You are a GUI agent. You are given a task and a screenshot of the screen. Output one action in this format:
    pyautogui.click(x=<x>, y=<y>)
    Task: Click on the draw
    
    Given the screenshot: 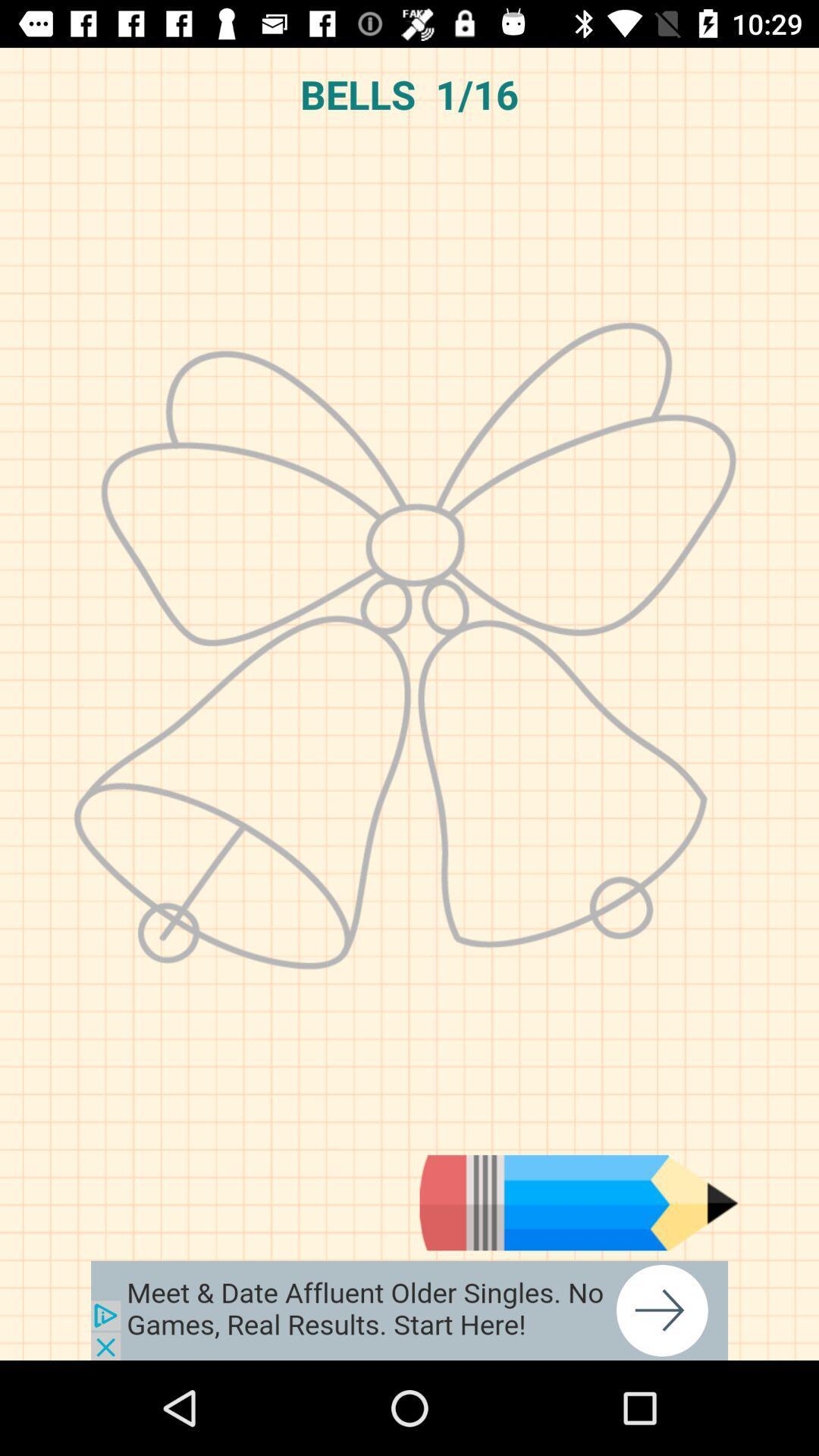 What is the action you would take?
    pyautogui.click(x=579, y=1202)
    